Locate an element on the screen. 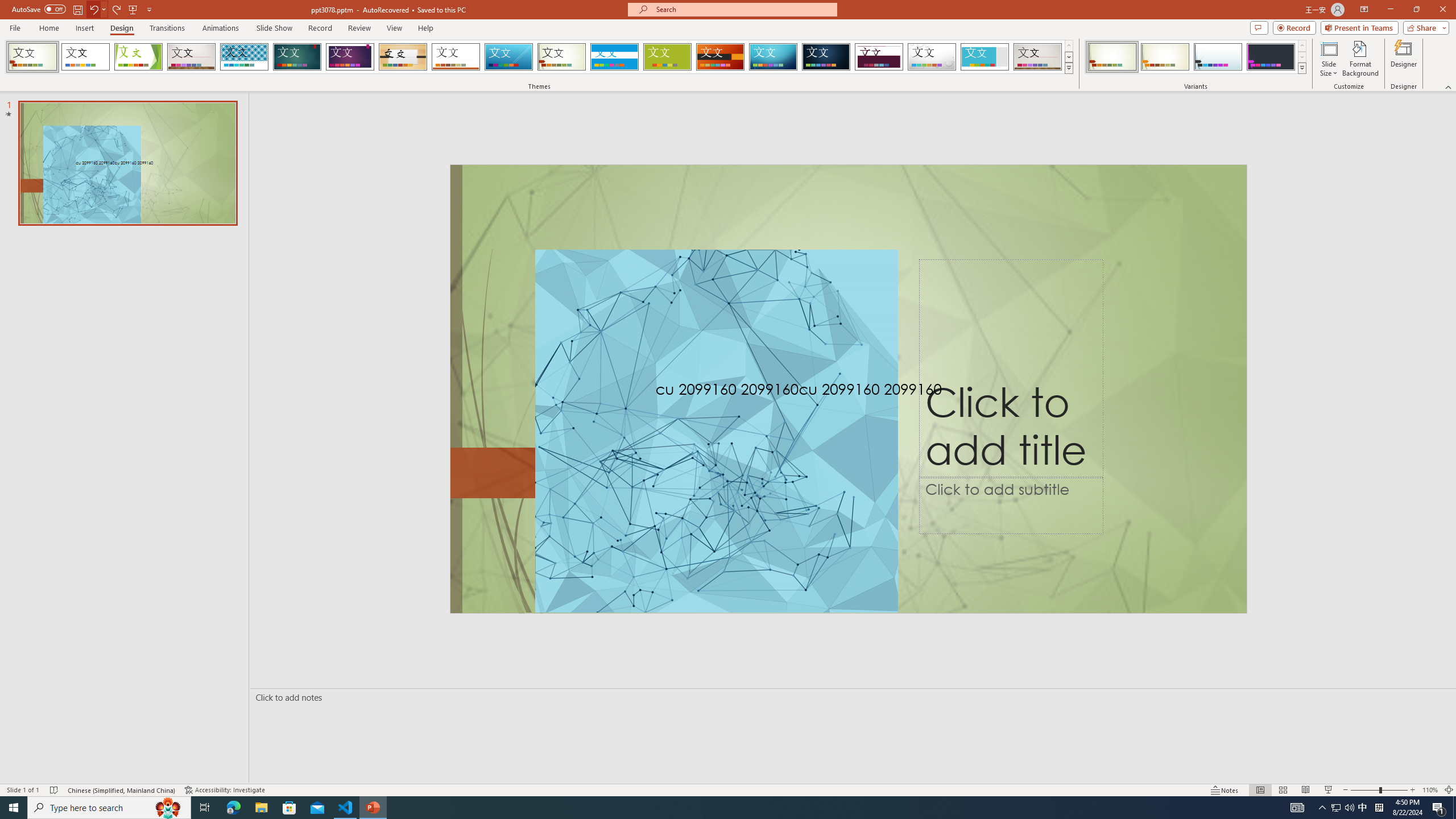 This screenshot has width=1456, height=819. 'Zoom 110%' is located at coordinates (1430, 790).